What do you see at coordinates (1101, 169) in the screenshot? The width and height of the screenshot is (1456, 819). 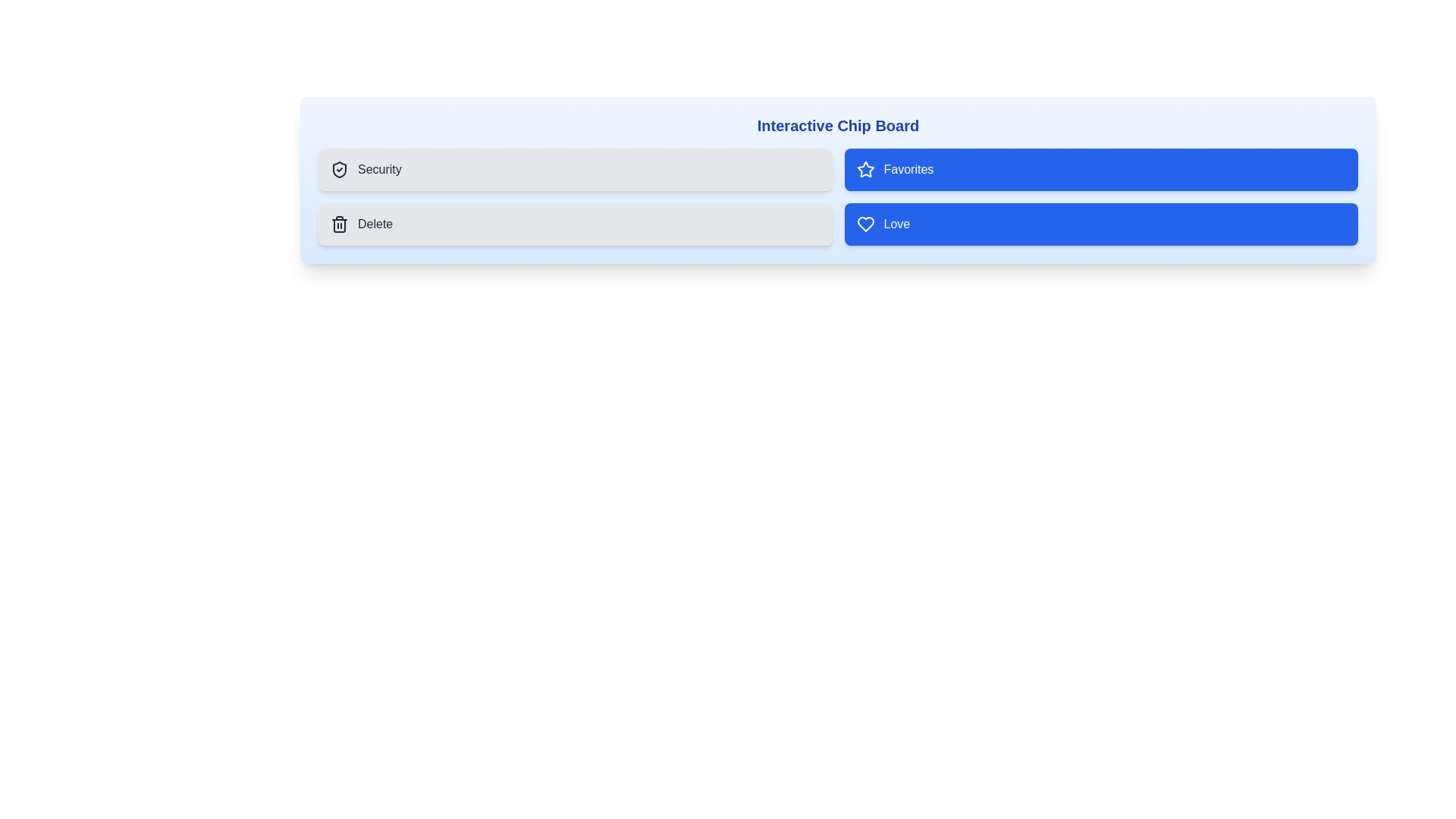 I see `the chip labeled Favorites to observe the hover effect` at bounding box center [1101, 169].